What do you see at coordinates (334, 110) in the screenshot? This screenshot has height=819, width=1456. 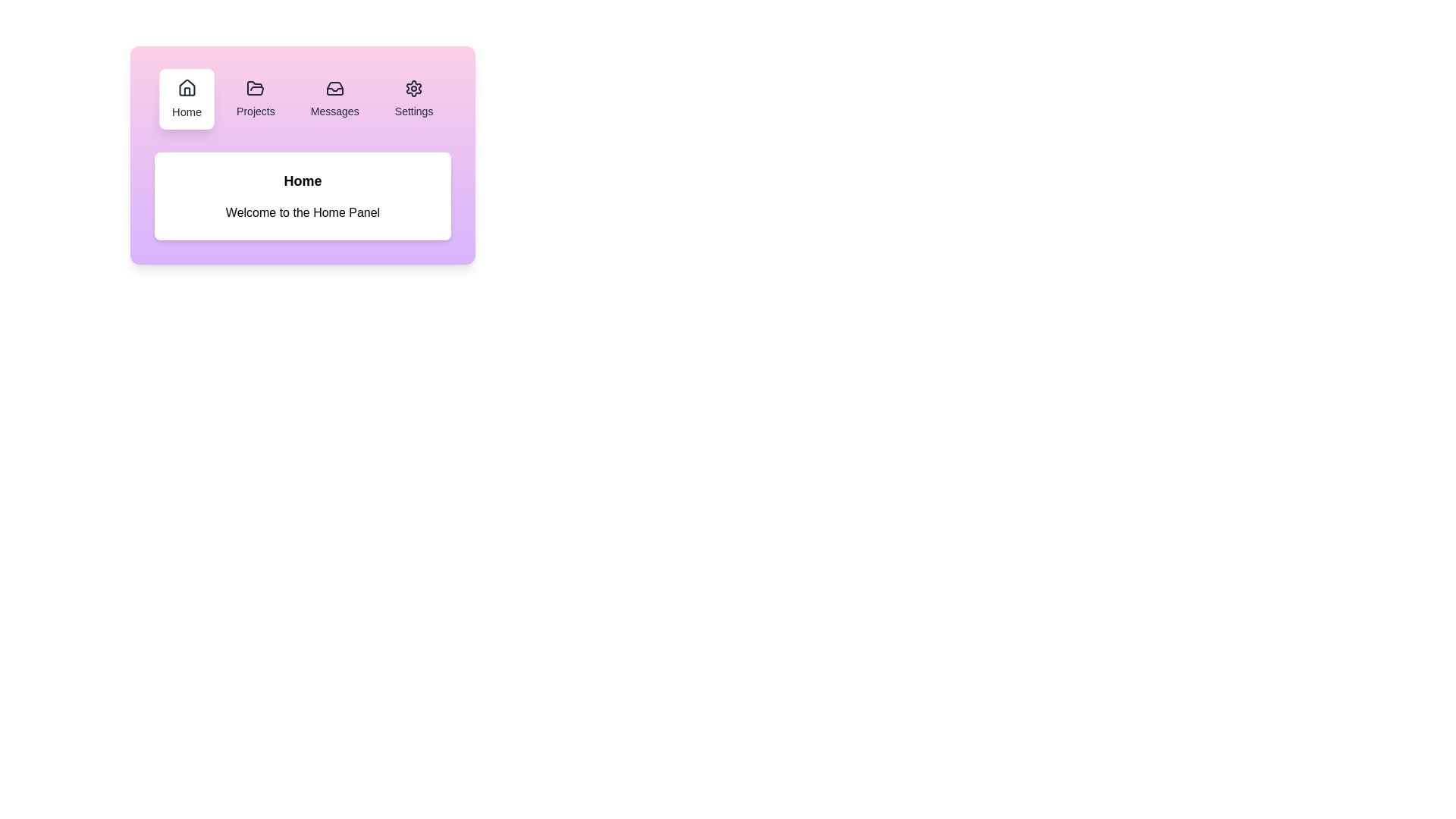 I see `the Text label indicating the Messages navigation option located in the top menu bar, positioned between 'Projects' and 'Settings'` at bounding box center [334, 110].